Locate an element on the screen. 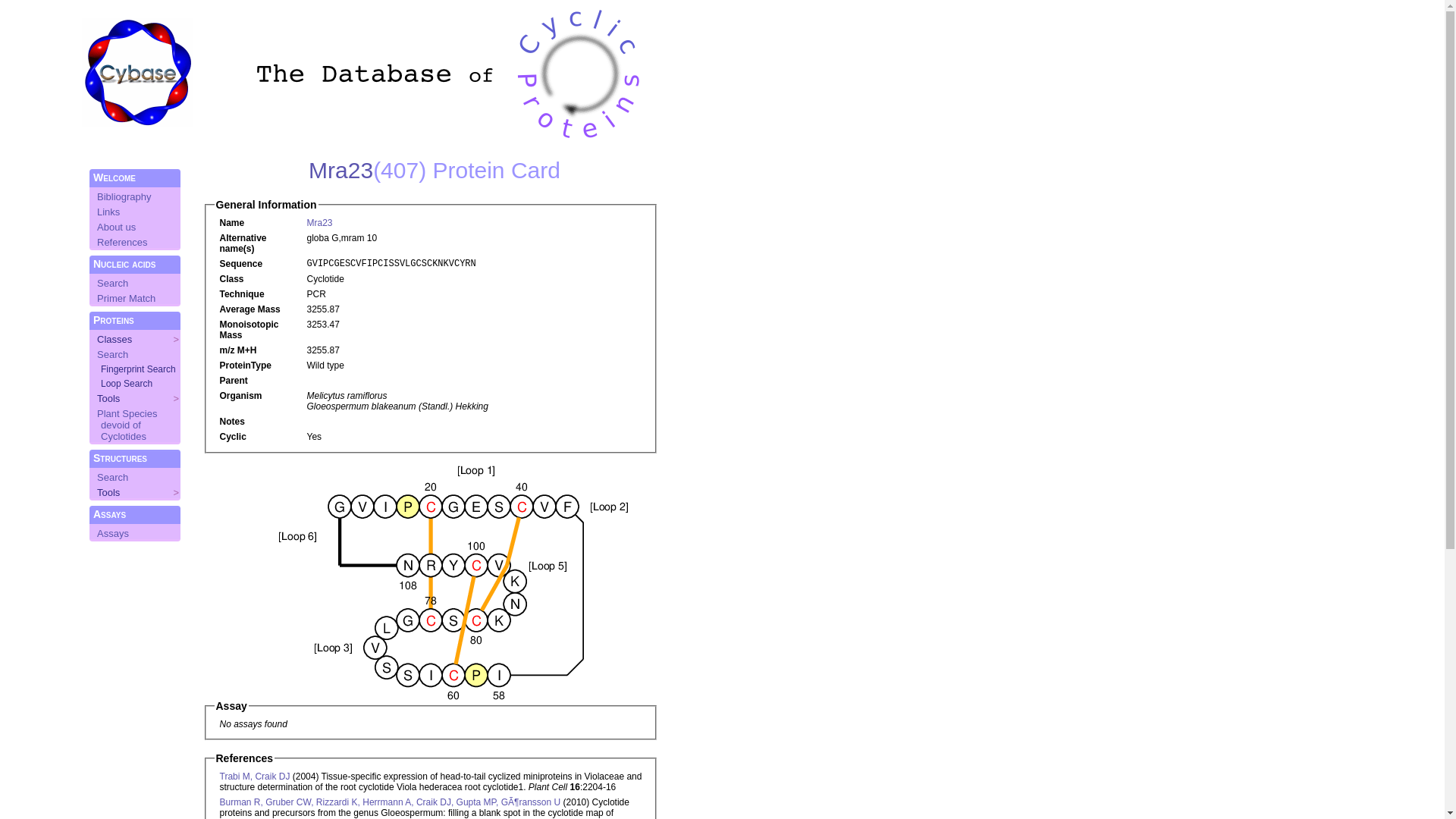 This screenshot has width=1456, height=819. 'Links' is located at coordinates (108, 212).